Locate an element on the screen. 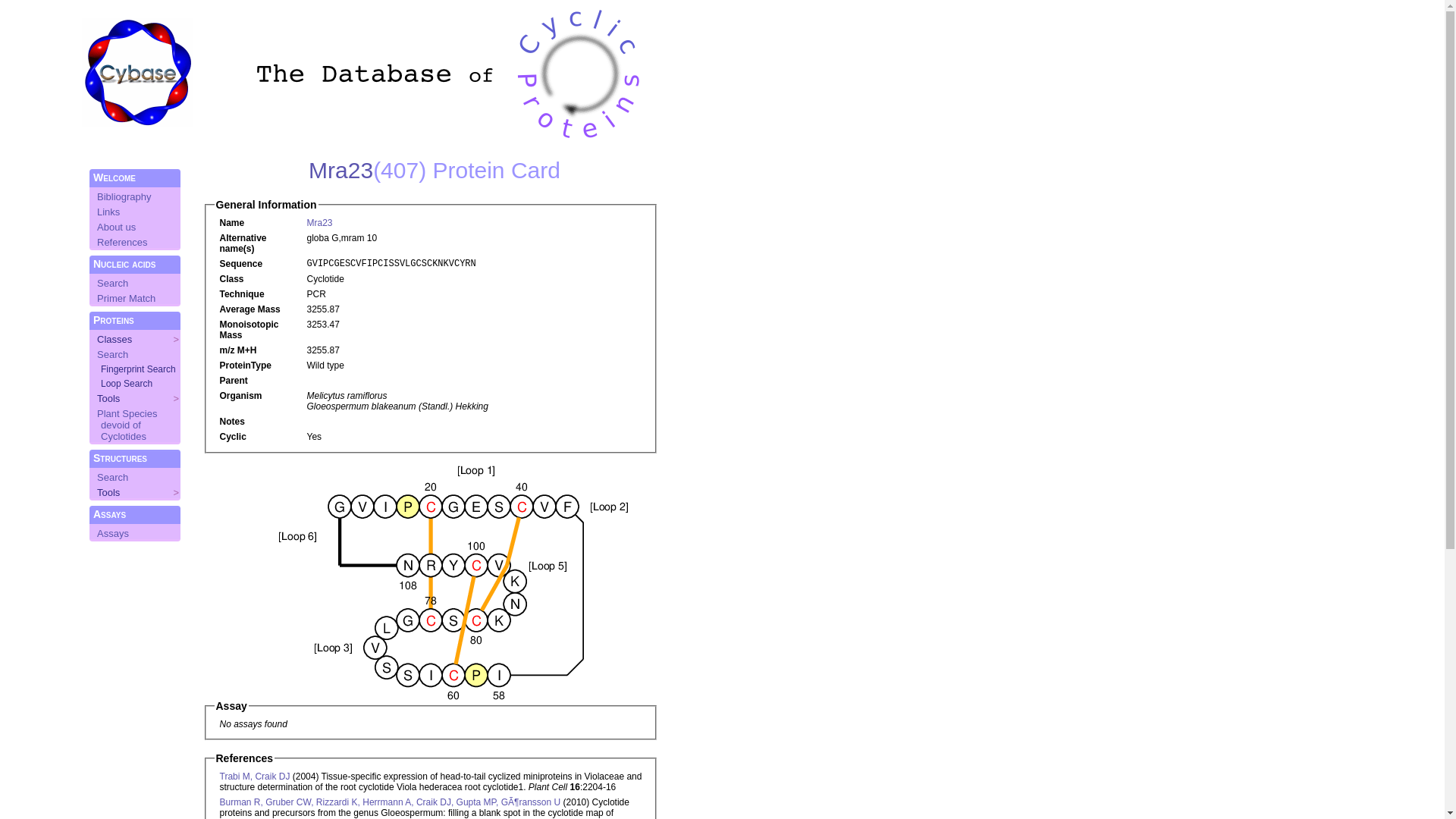 This screenshot has width=1456, height=819. 'Links' is located at coordinates (108, 212).